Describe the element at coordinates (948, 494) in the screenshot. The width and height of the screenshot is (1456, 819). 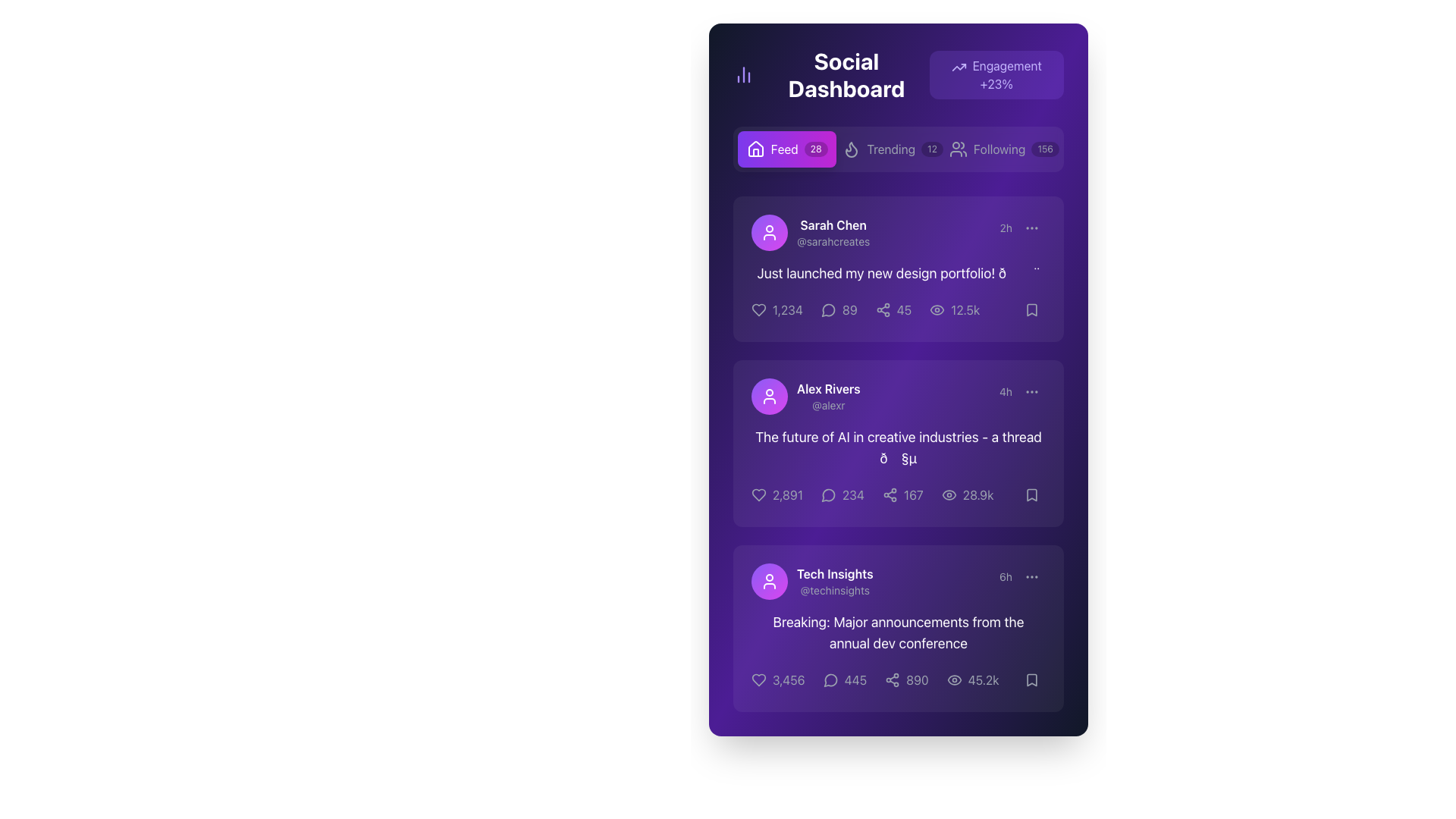
I see `the eye-shaped icon located next to the text '28.9k' in the footer of a post by 'Alex Rivers'` at that location.